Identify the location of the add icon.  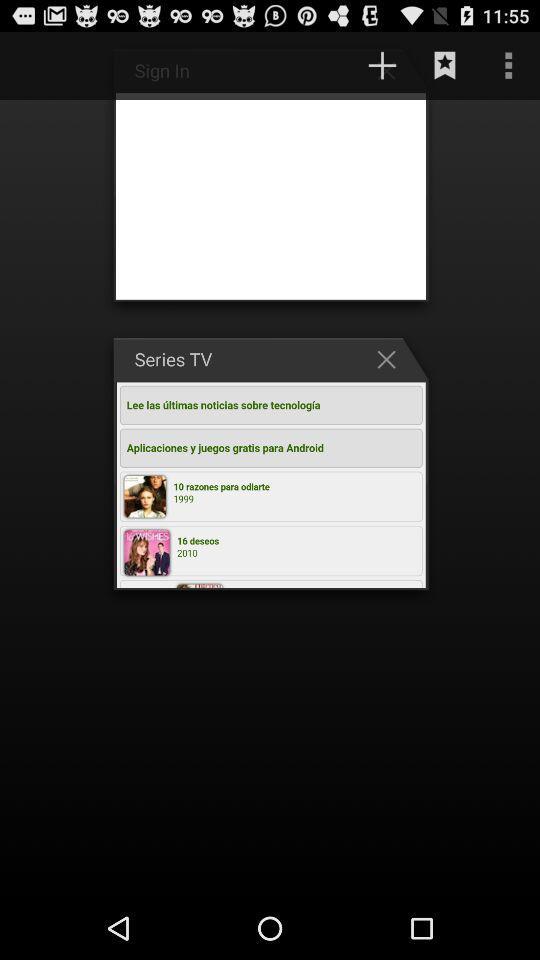
(382, 70).